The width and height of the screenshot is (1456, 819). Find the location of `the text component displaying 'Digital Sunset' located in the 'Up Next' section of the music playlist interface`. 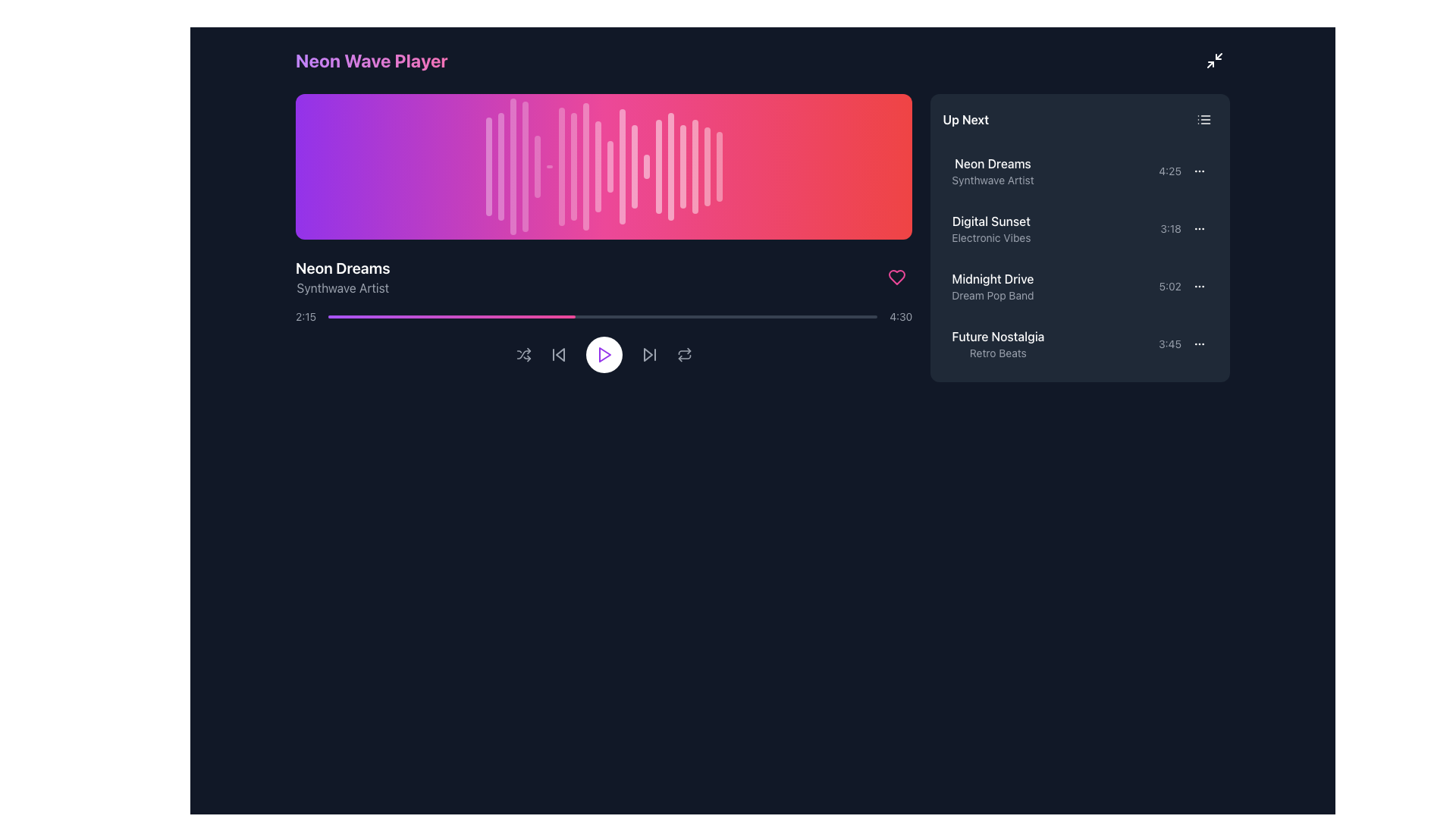

the text component displaying 'Digital Sunset' located in the 'Up Next' section of the music playlist interface is located at coordinates (991, 221).